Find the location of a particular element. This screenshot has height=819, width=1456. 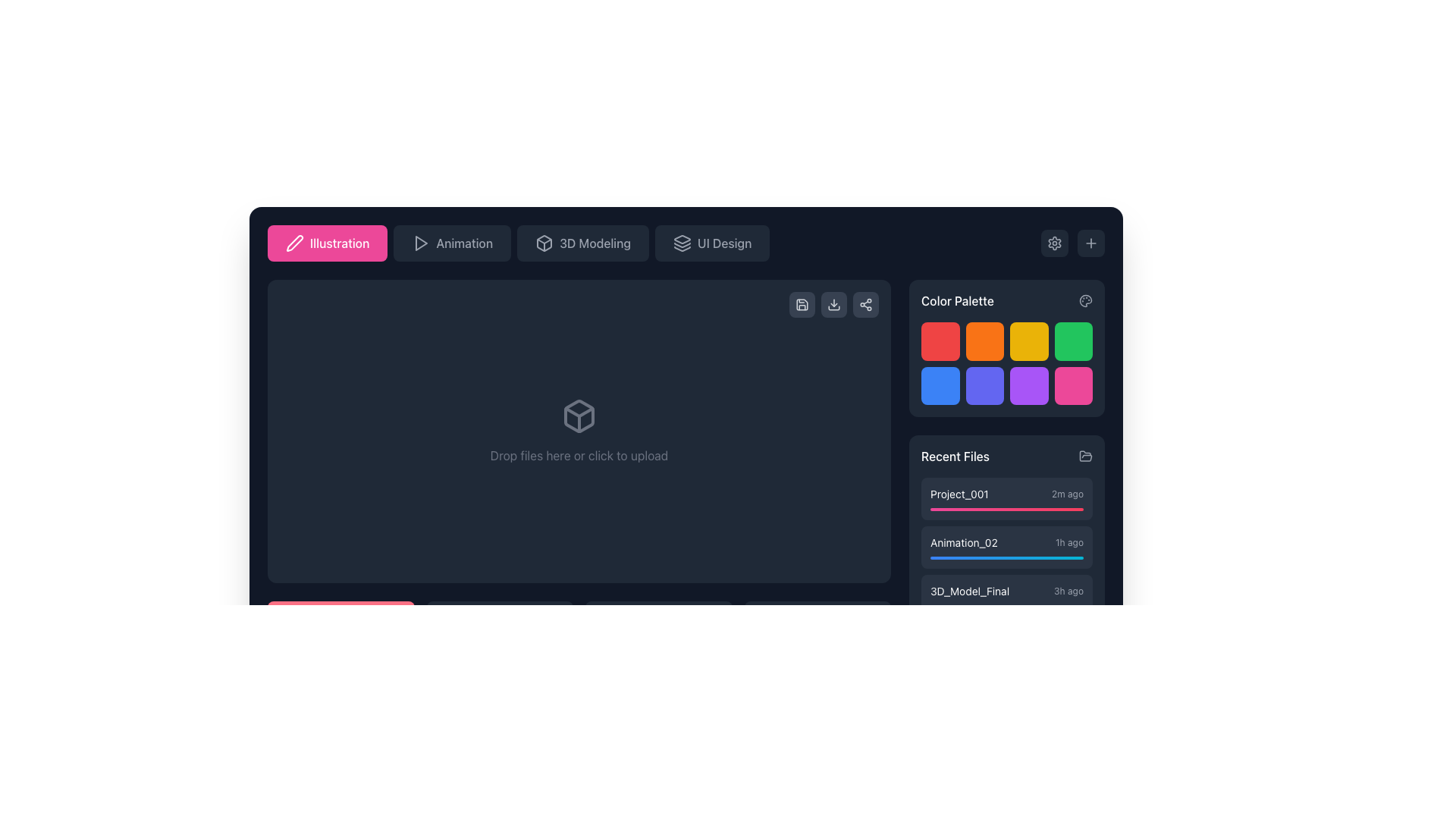

the orange color button in the Color Palette section is located at coordinates (984, 341).